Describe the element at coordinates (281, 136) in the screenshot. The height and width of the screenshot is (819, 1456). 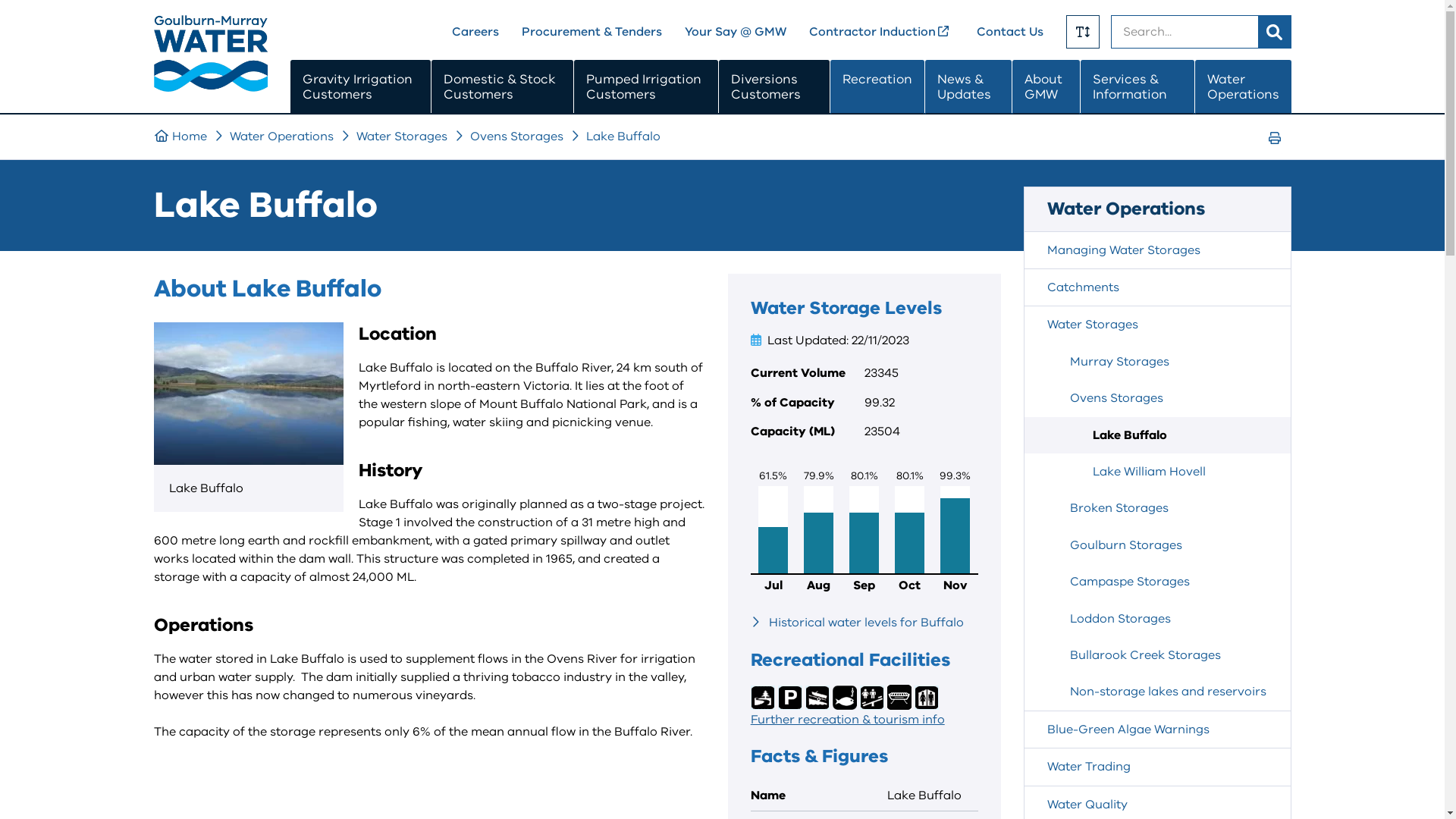
I see `'Water Operations'` at that location.